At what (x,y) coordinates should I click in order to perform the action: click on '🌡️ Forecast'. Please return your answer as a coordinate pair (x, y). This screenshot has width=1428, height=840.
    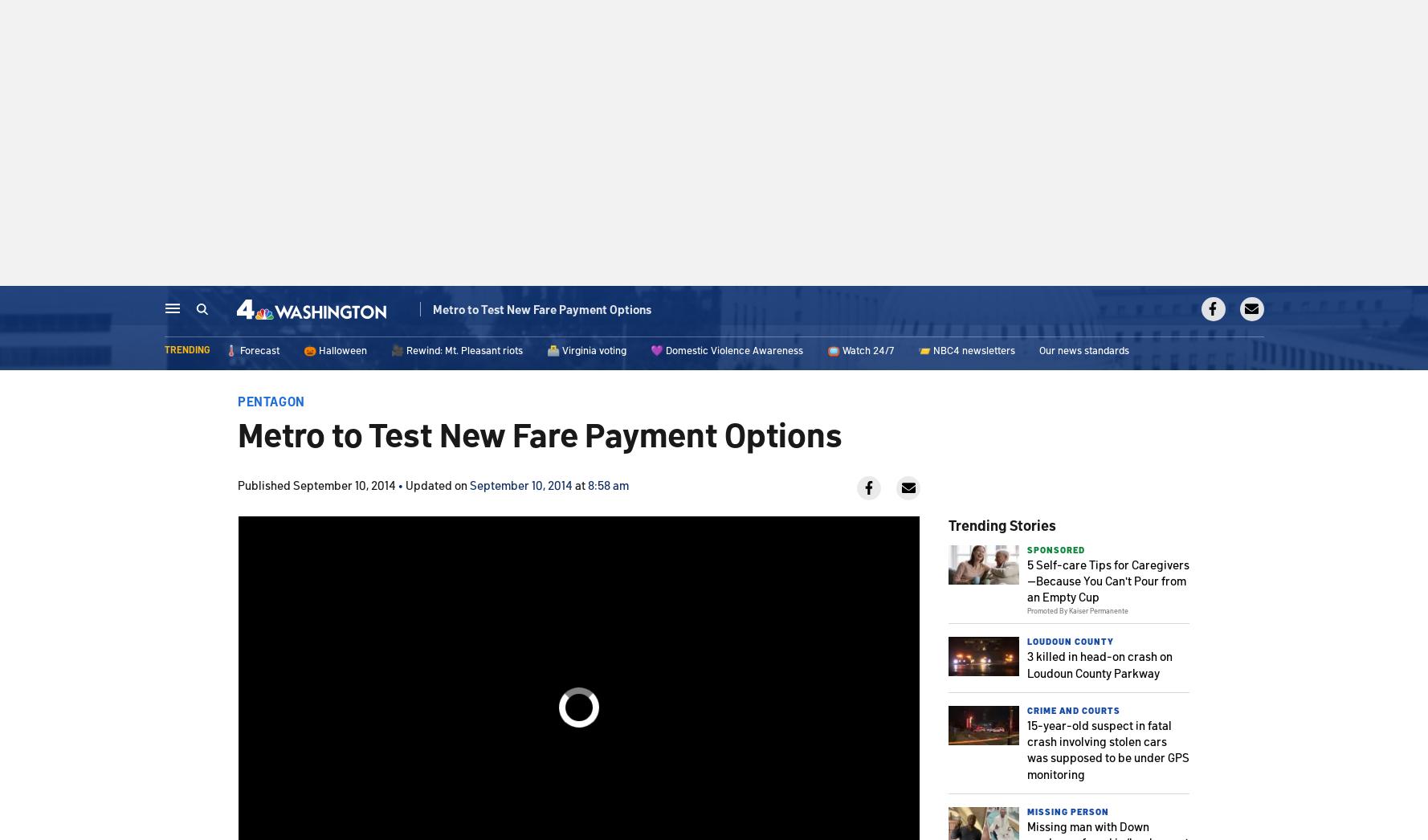
    Looking at the image, I should click on (251, 352).